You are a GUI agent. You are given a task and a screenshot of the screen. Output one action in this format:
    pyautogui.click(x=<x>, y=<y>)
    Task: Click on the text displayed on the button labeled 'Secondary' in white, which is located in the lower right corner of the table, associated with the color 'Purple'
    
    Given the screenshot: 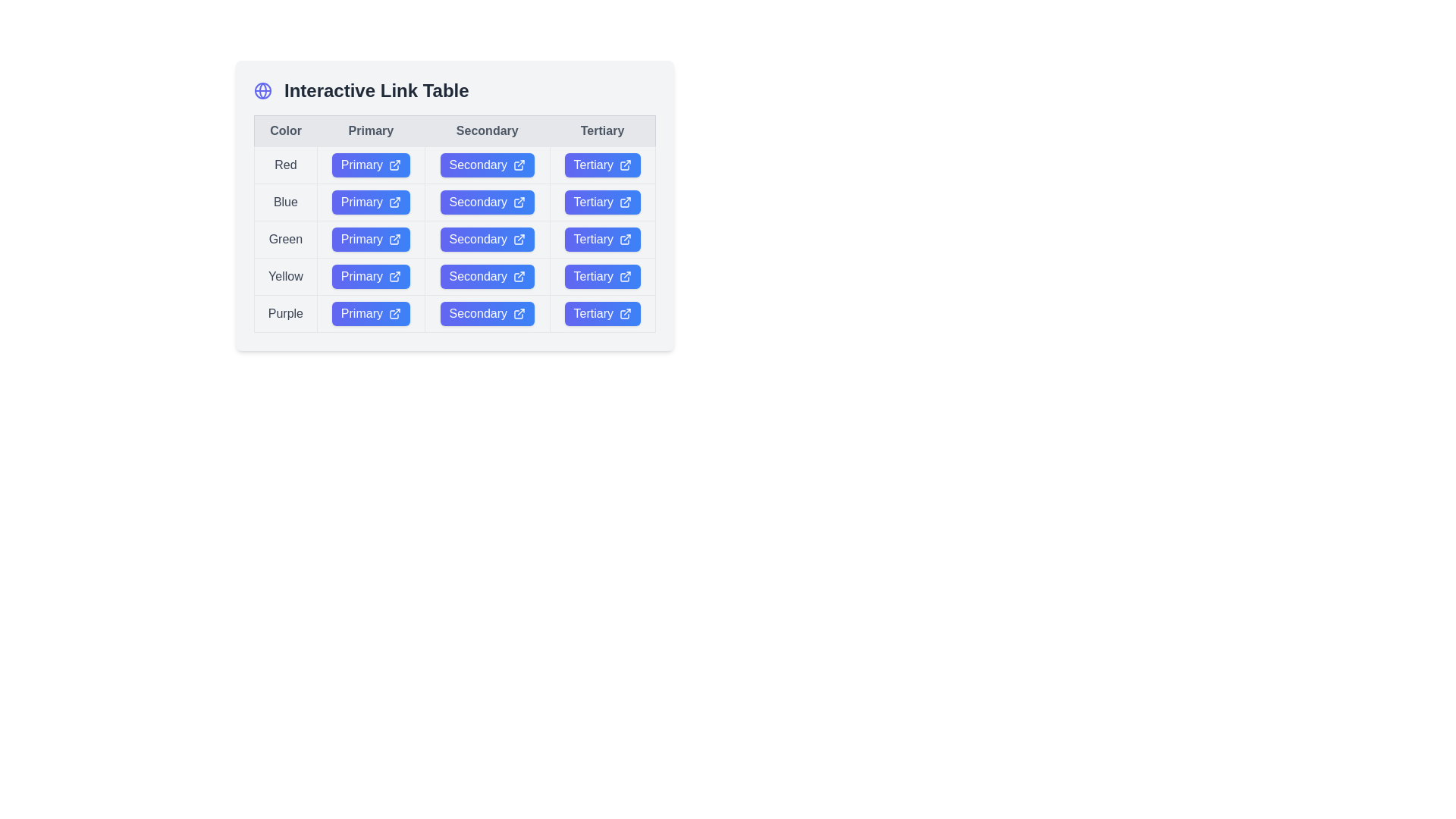 What is the action you would take?
    pyautogui.click(x=477, y=312)
    